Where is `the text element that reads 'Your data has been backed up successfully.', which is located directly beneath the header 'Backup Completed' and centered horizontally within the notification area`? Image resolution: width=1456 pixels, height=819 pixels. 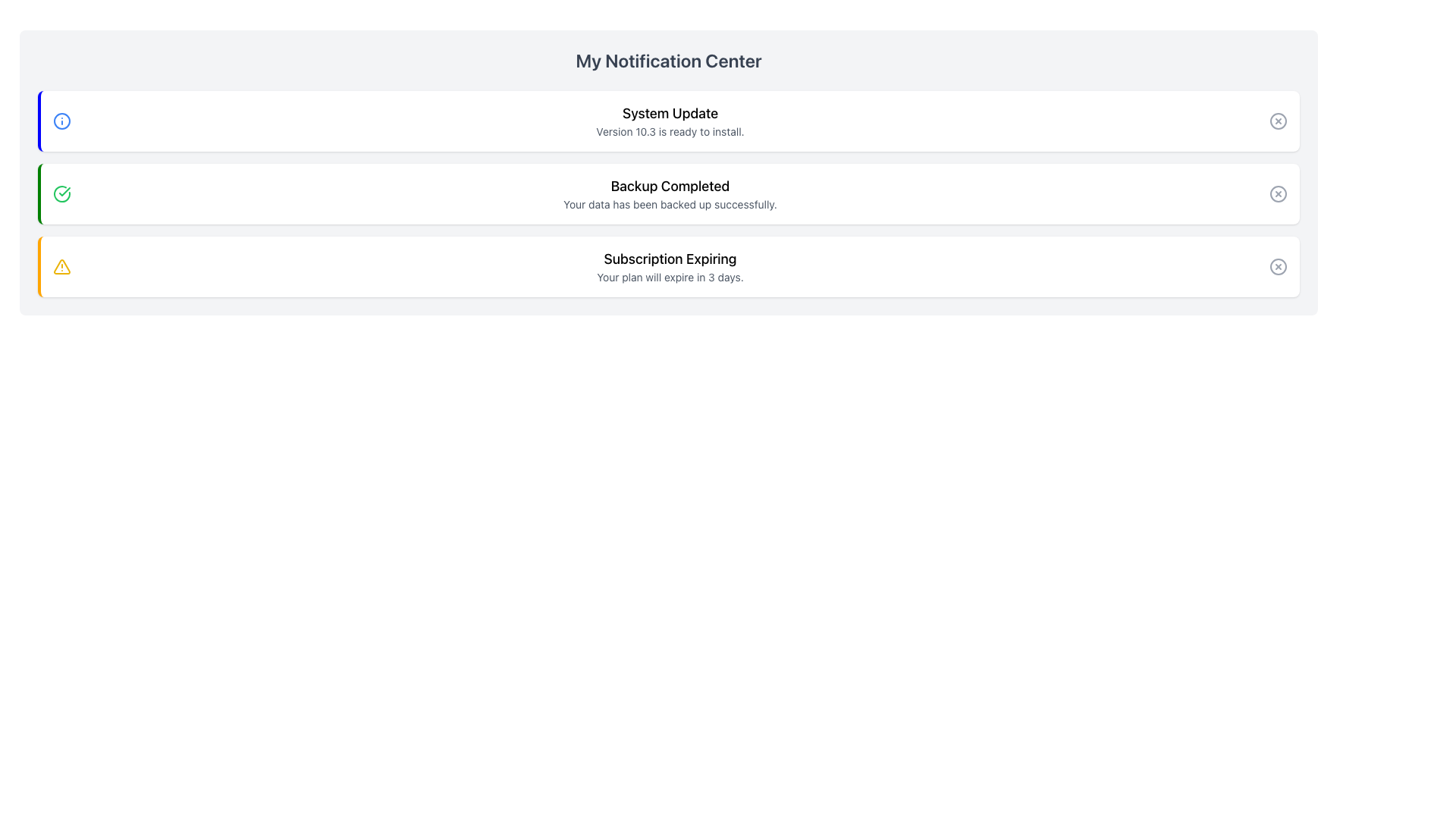 the text element that reads 'Your data has been backed up successfully.', which is located directly beneath the header 'Backup Completed' and centered horizontally within the notification area is located at coordinates (669, 205).